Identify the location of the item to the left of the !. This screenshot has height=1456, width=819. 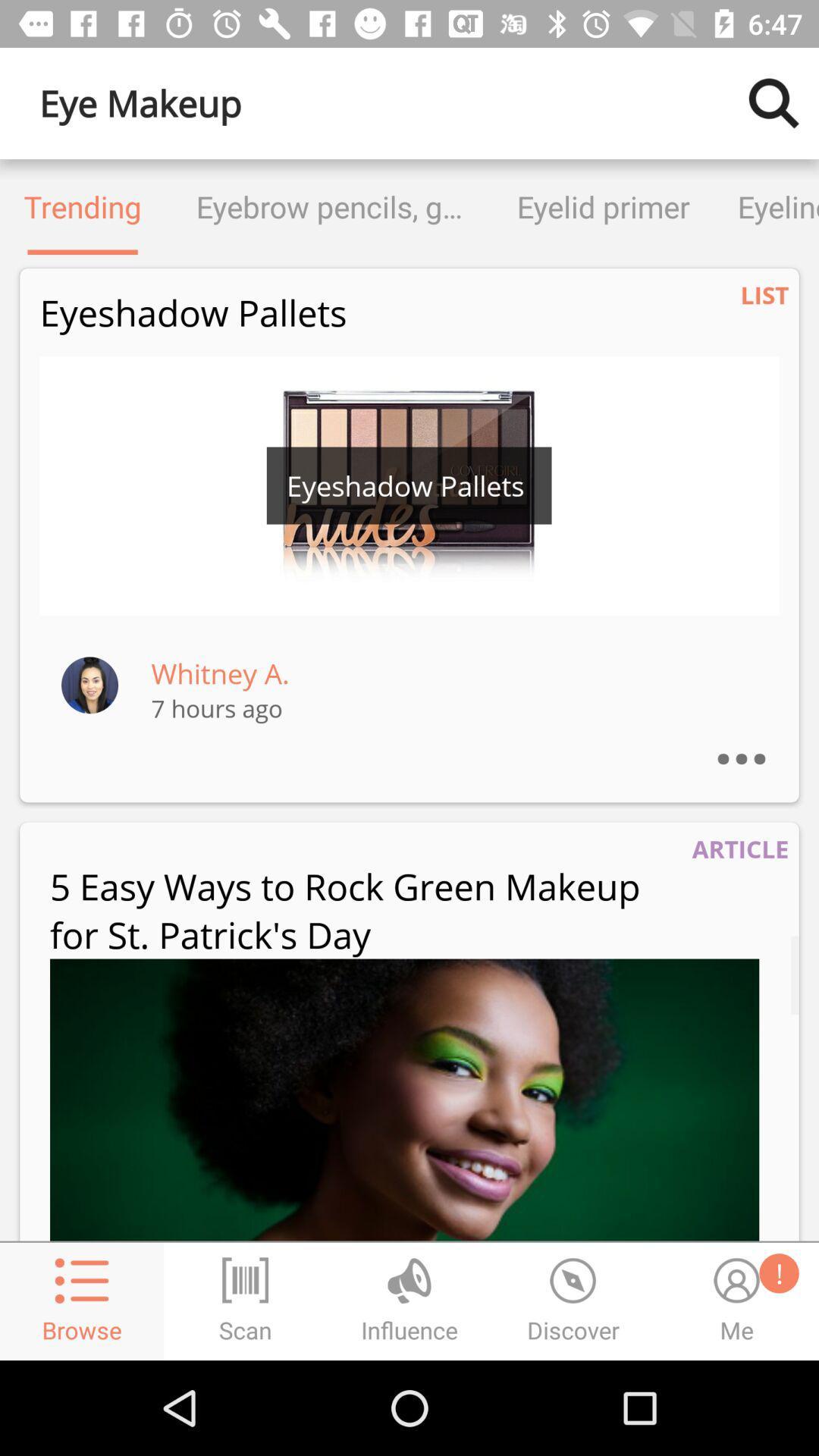
(403, 1100).